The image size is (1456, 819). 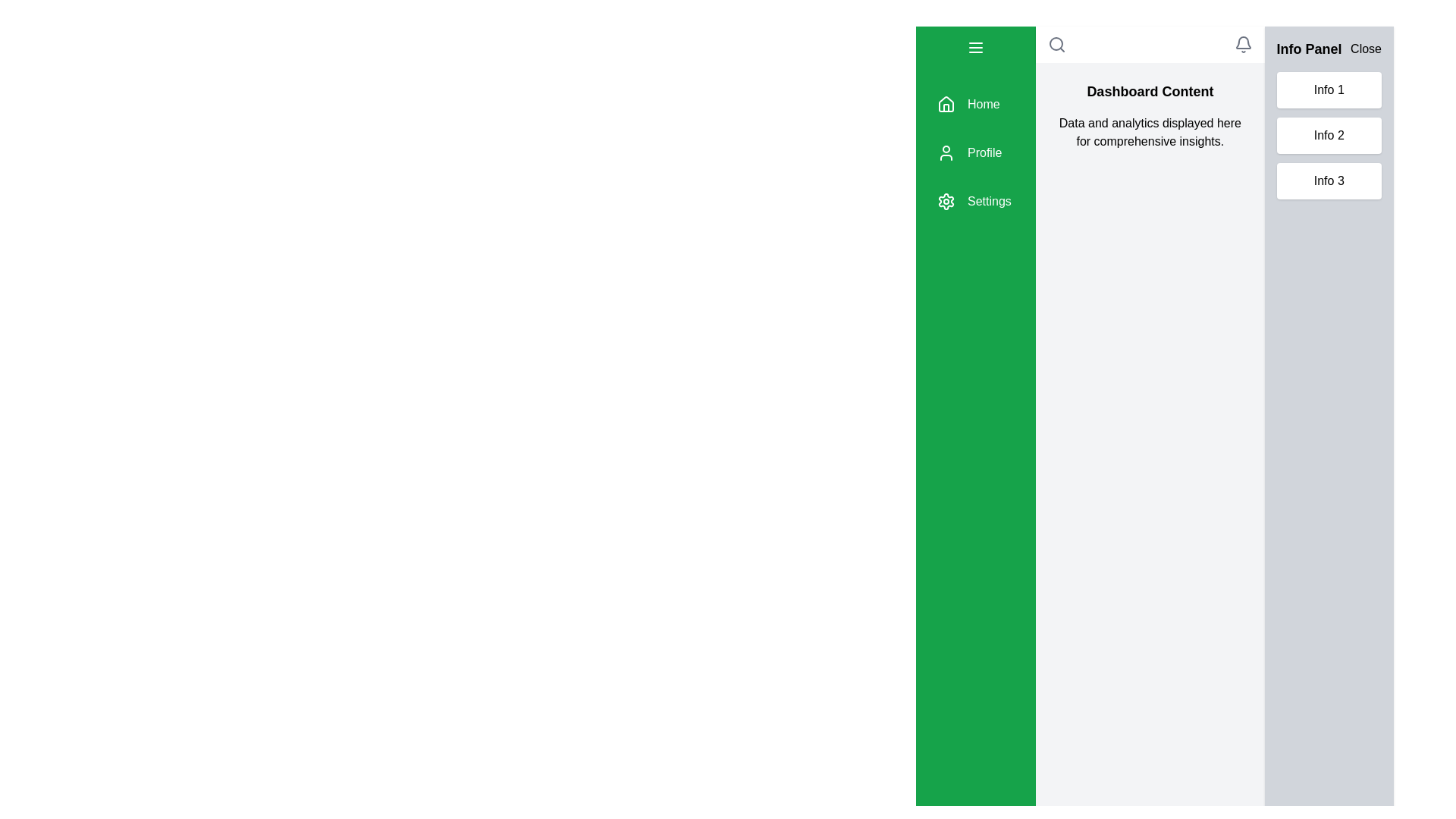 I want to click on the first menu item in the vertical stack of navigational options, so click(x=975, y=104).